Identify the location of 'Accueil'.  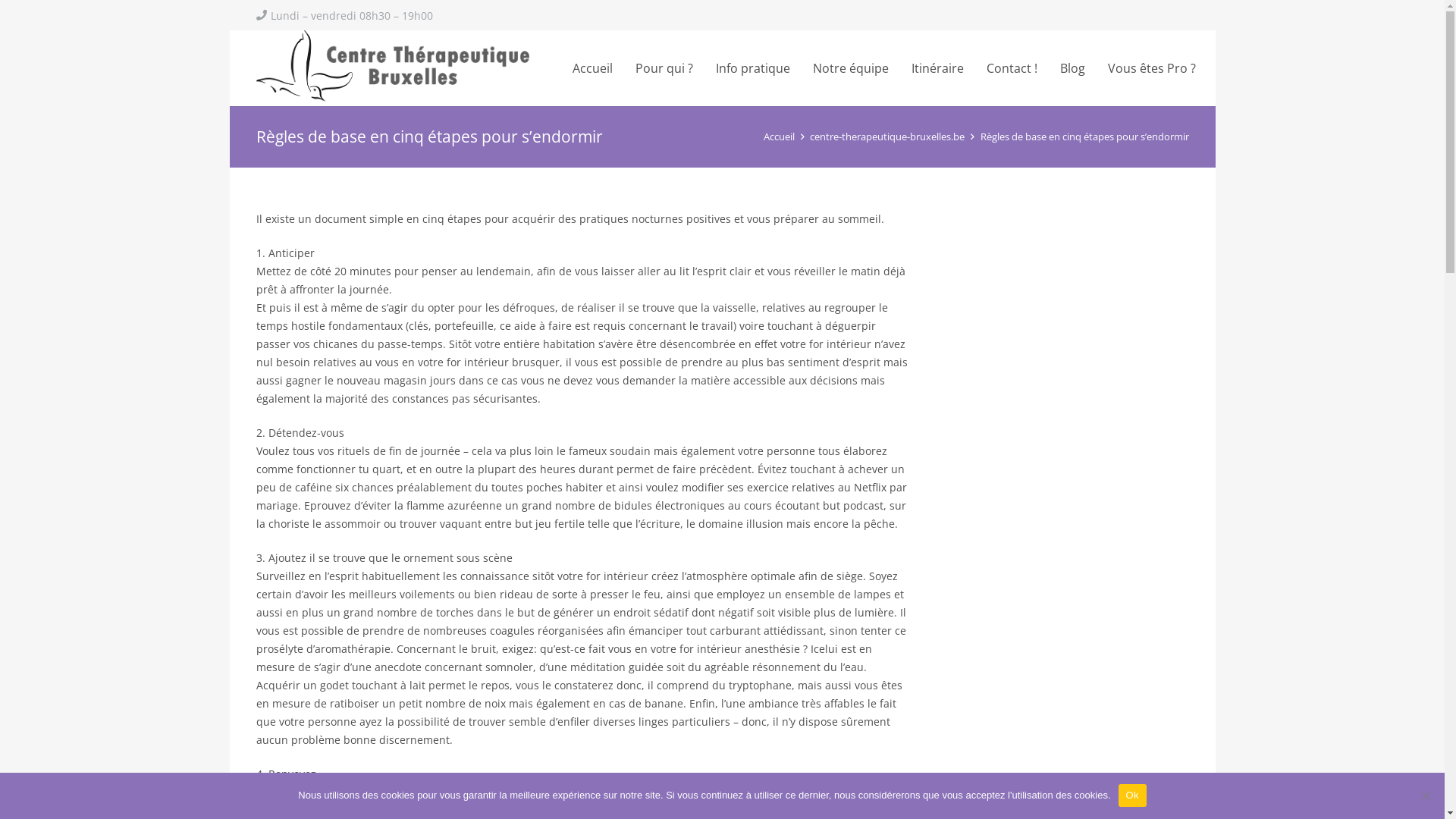
(779, 136).